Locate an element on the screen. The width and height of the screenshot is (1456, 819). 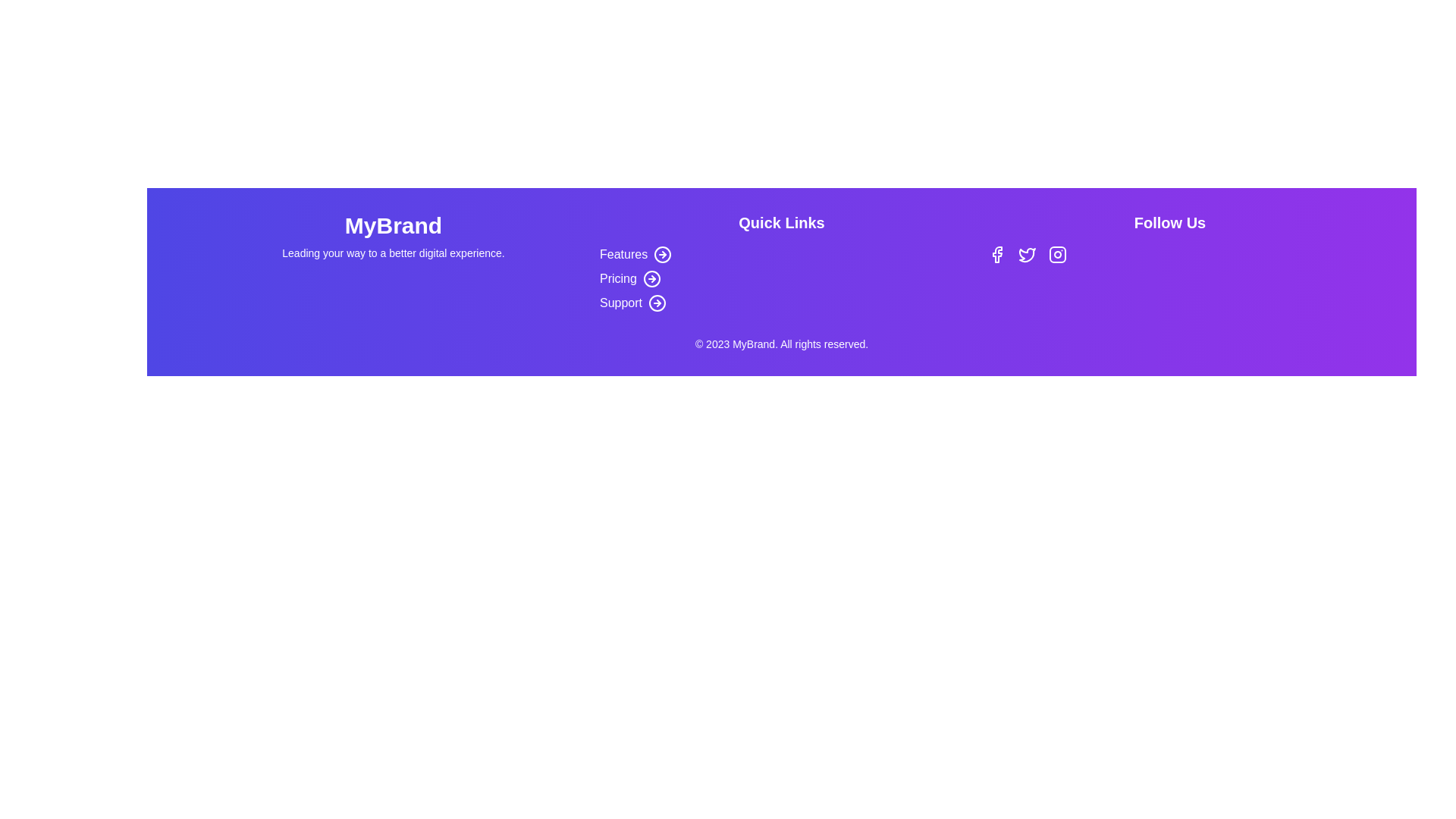
the text element displaying 'MyBrand' in large, bold typography, located at the top-left section of the footer area is located at coordinates (393, 225).